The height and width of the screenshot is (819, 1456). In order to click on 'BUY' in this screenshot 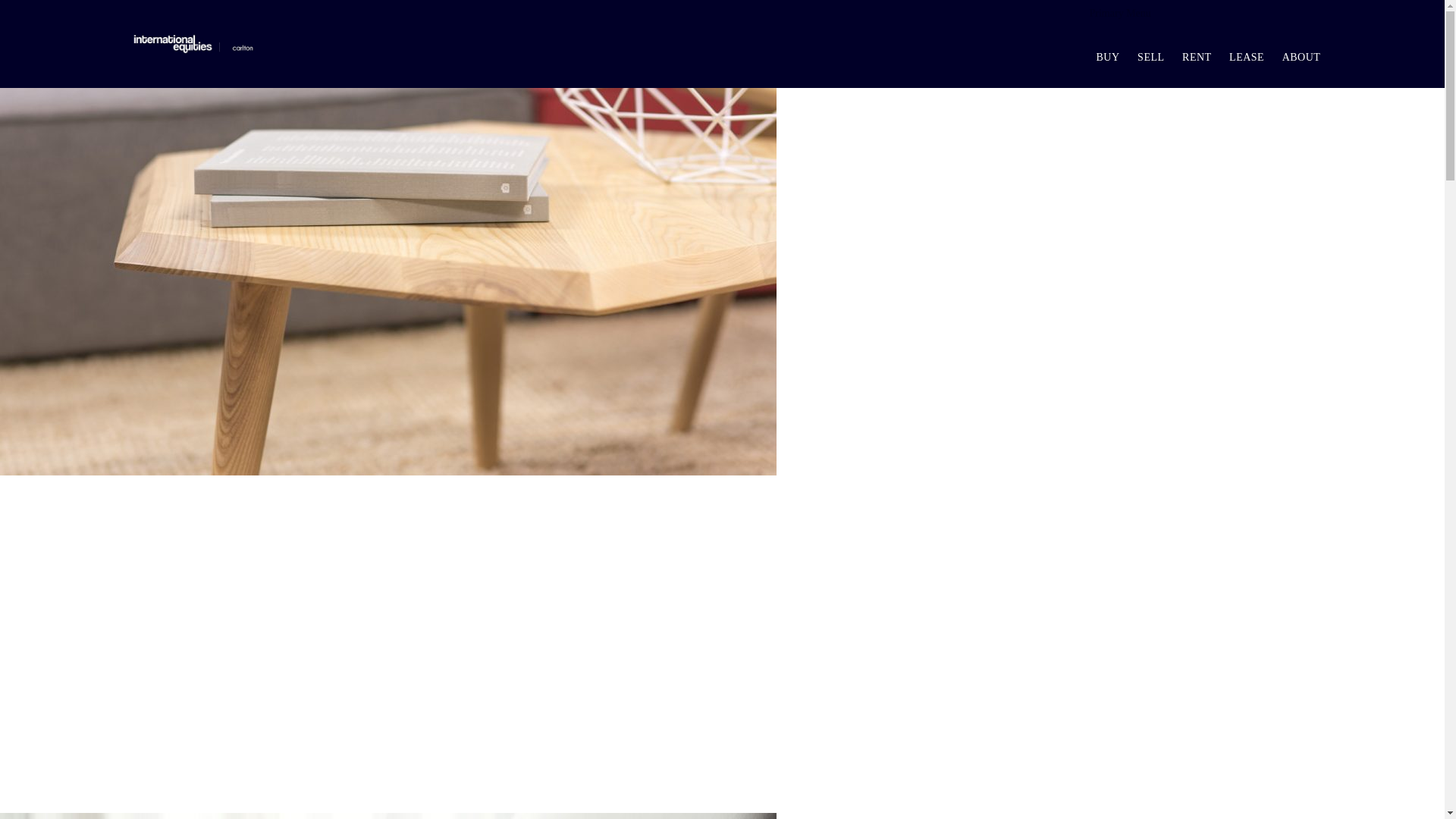, I will do `click(1087, 57)`.